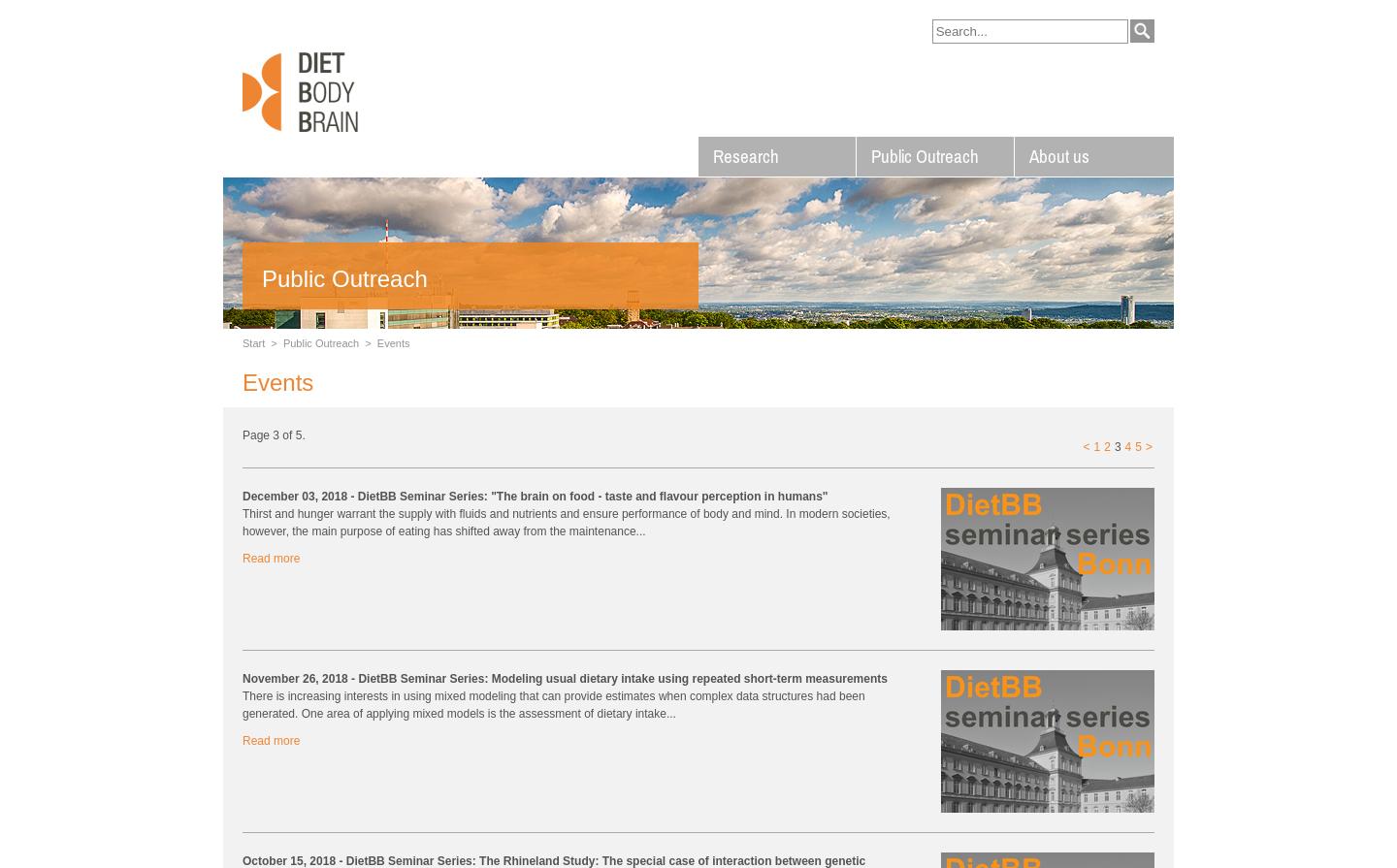  I want to click on 'About us', so click(1057, 156).